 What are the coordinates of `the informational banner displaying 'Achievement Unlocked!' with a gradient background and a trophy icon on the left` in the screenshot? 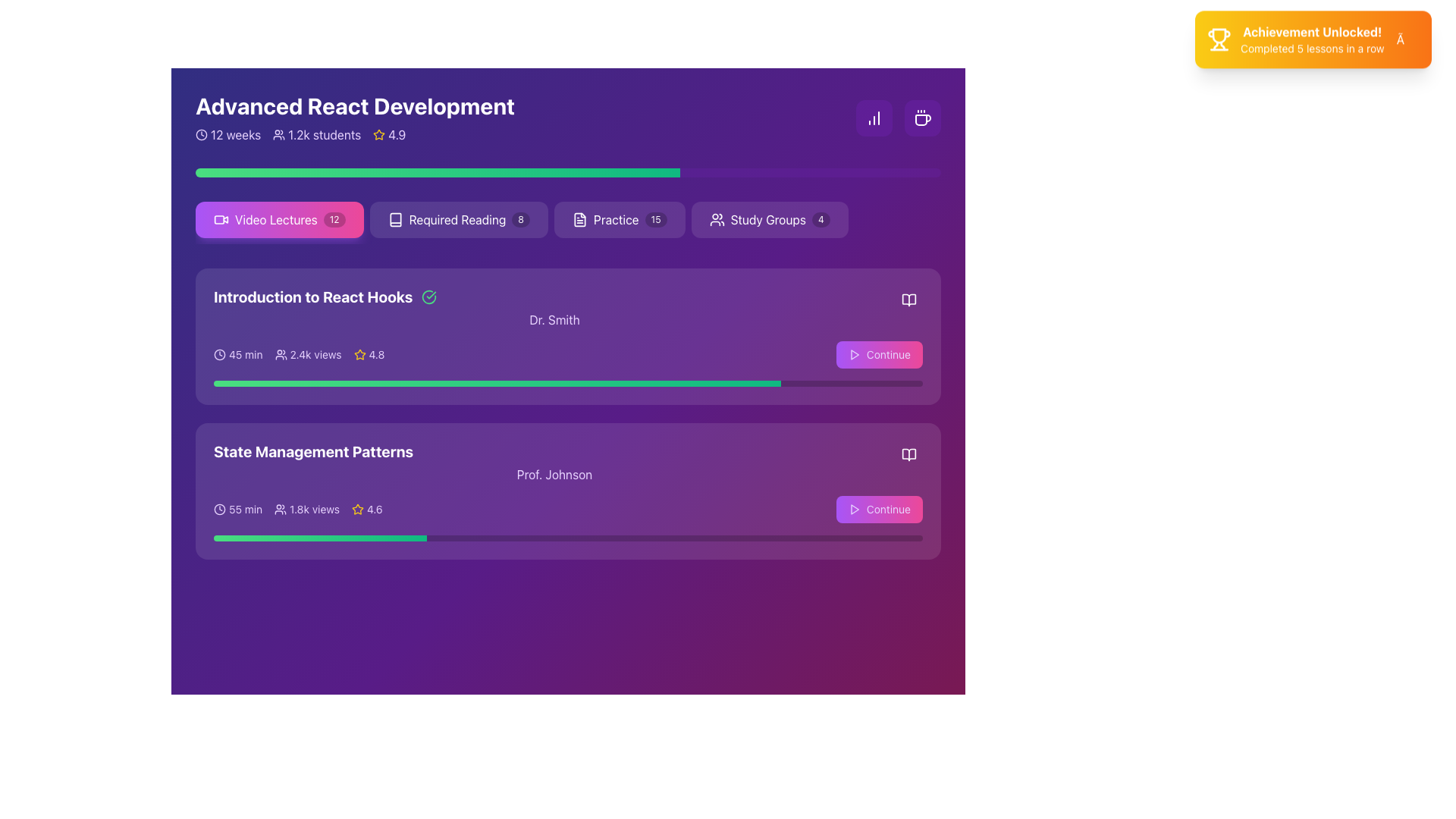 It's located at (1311, 45).